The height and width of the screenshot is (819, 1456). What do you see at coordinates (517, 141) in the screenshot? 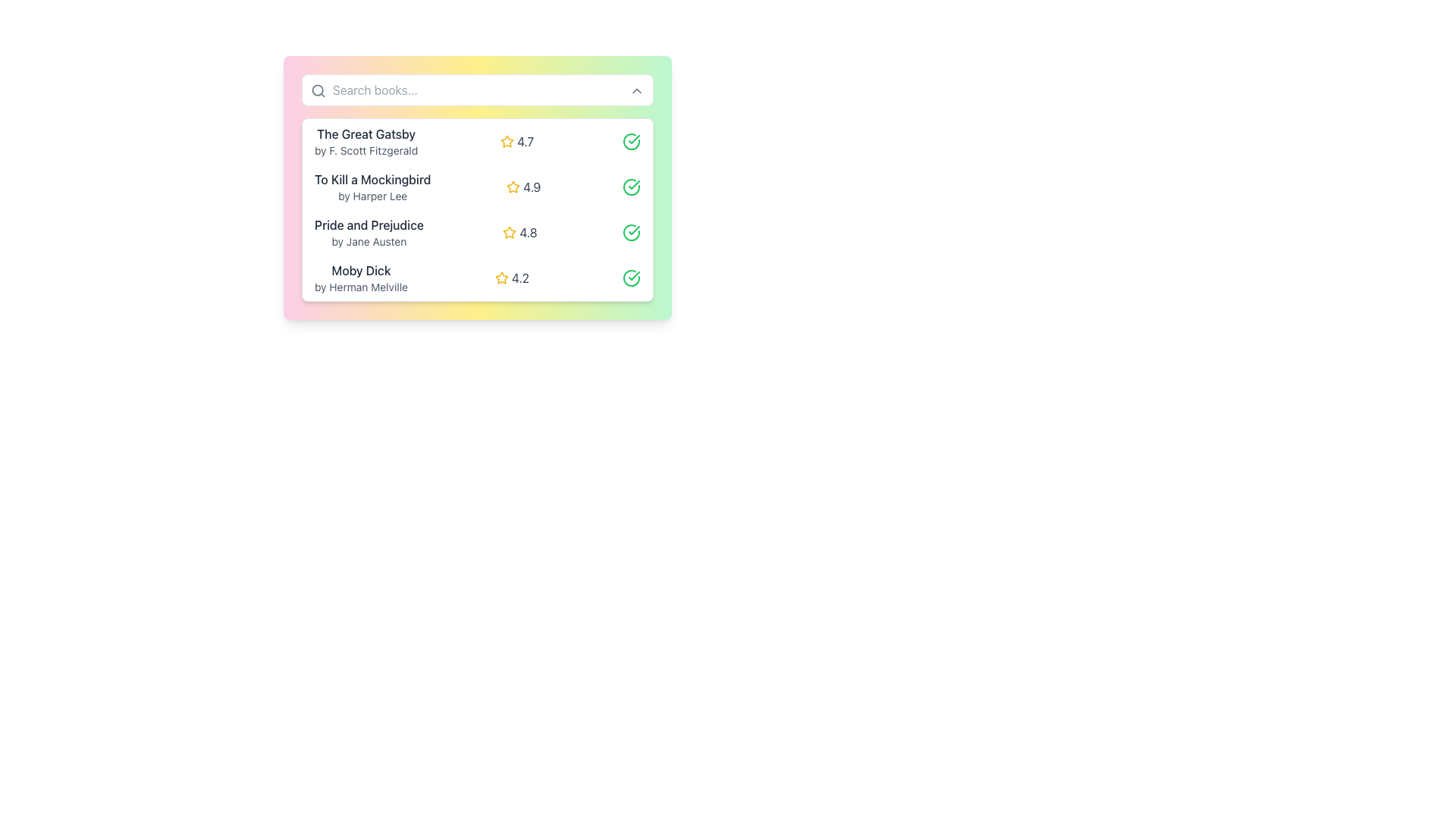
I see `the Rating Display element that shows a star icon with a yellow outline and the rating '4.7' in a bold gray font, located between the title 'The Great Gatsby' and a green circular checkmark icon` at bounding box center [517, 141].